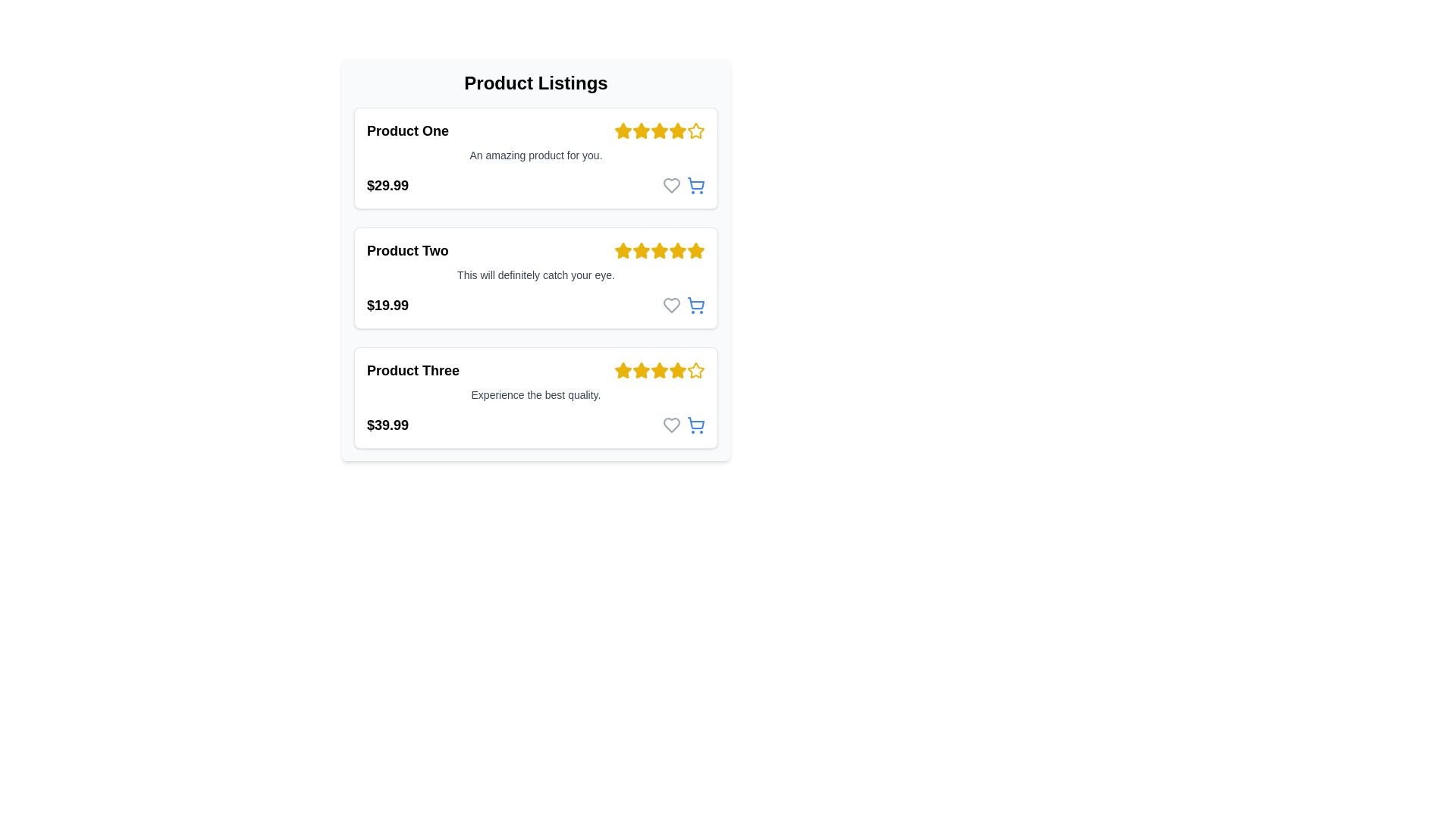  What do you see at coordinates (683, 425) in the screenshot?
I see `the cart icon located in the bottom-right corner of the 'Product Three' card` at bounding box center [683, 425].